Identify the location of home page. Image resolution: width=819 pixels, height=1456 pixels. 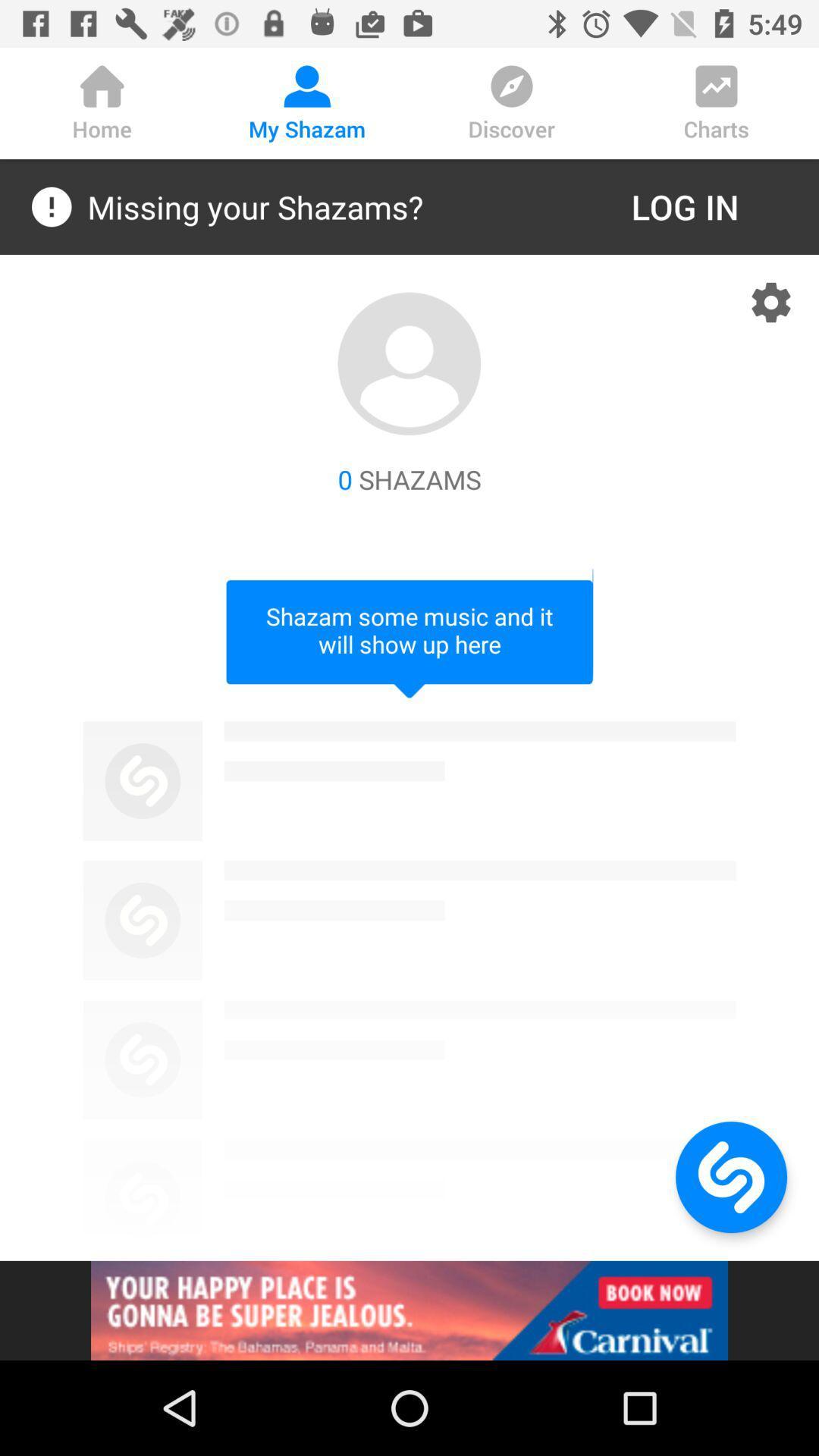
(730, 1176).